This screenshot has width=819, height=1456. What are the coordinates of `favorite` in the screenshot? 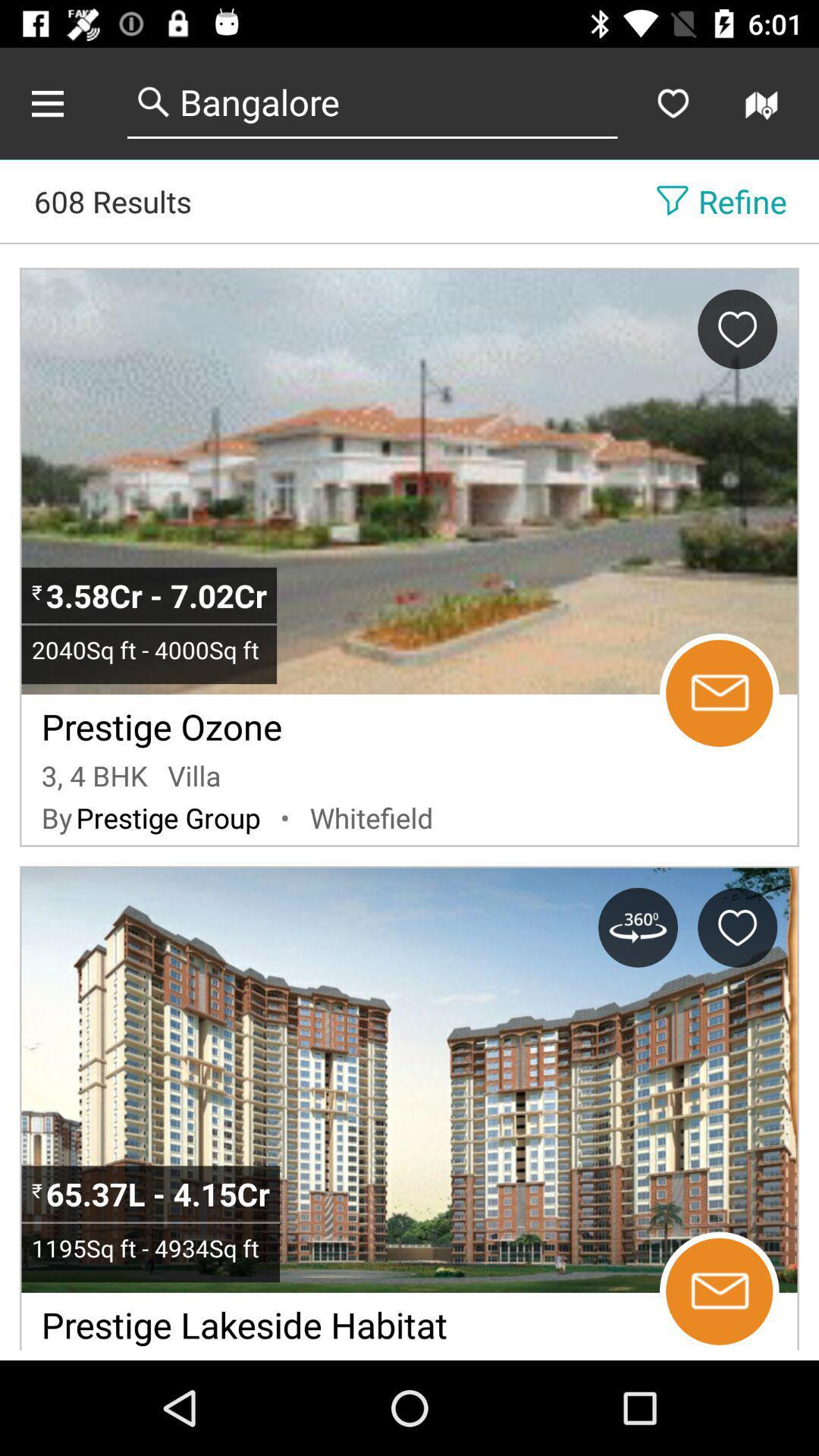 It's located at (736, 328).